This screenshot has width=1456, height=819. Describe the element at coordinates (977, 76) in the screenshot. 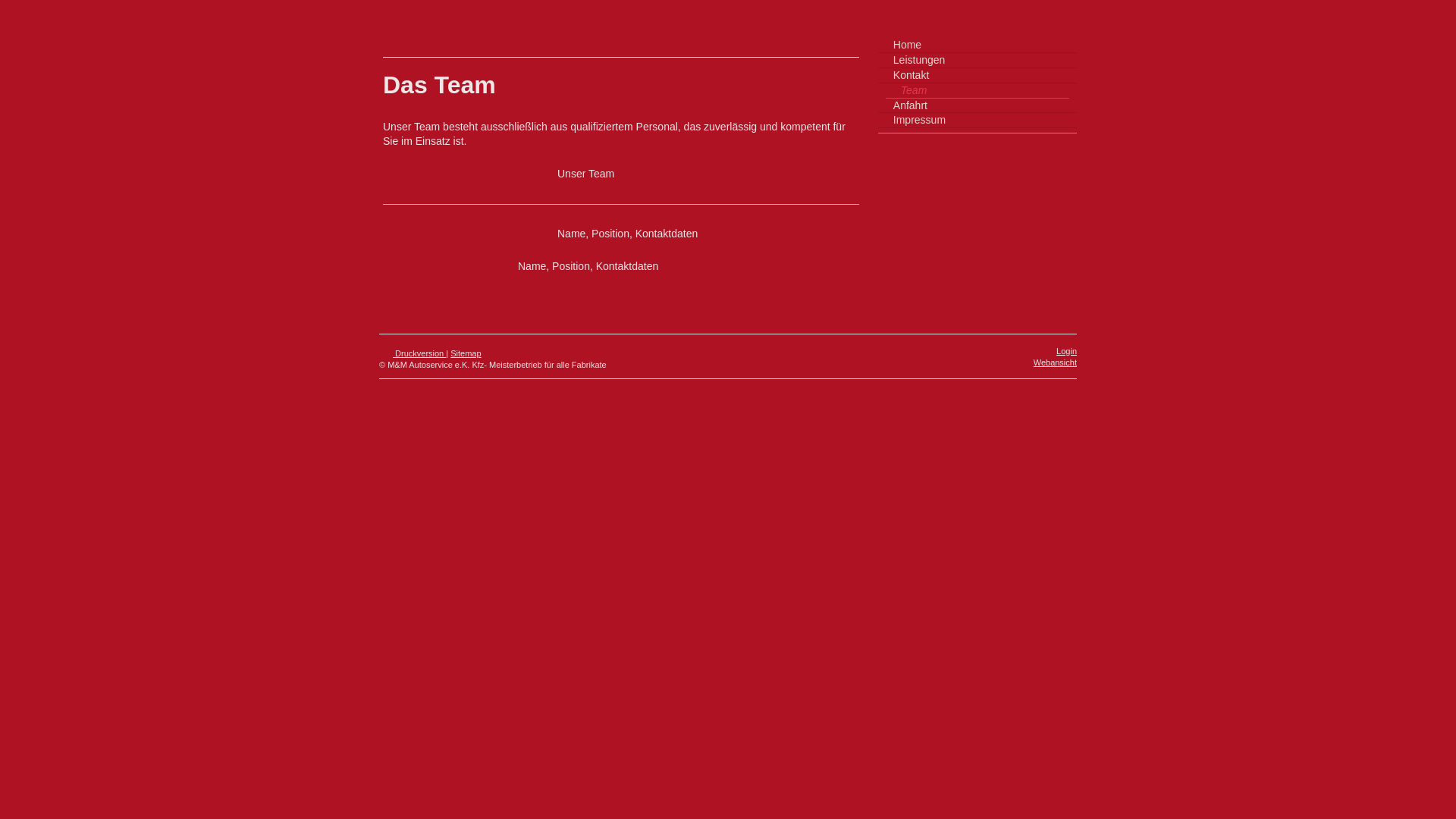

I see `'Kontakt'` at that location.